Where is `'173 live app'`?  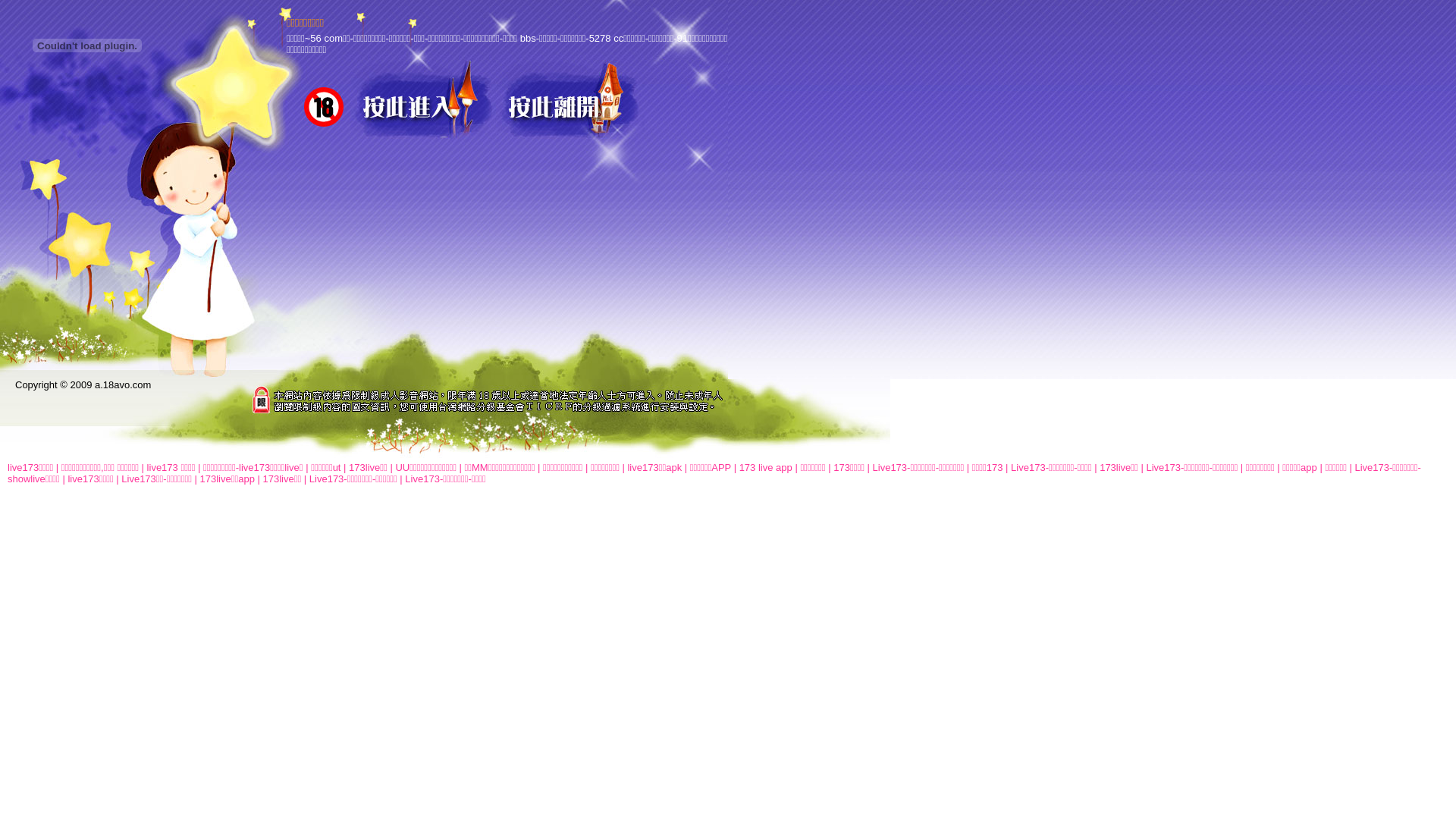 '173 live app' is located at coordinates (765, 466).